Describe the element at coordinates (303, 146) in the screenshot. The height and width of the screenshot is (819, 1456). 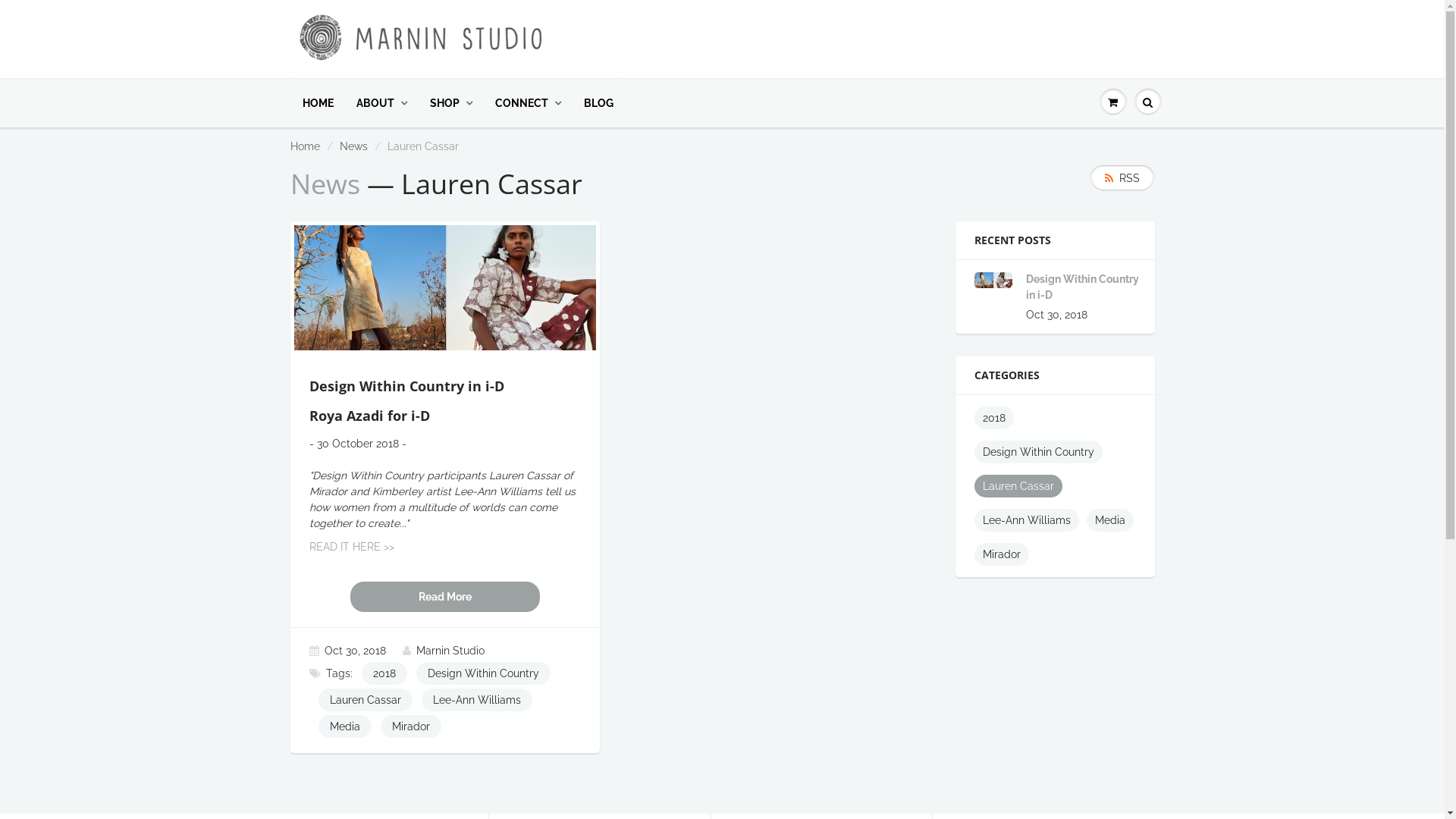
I see `'Home'` at that location.